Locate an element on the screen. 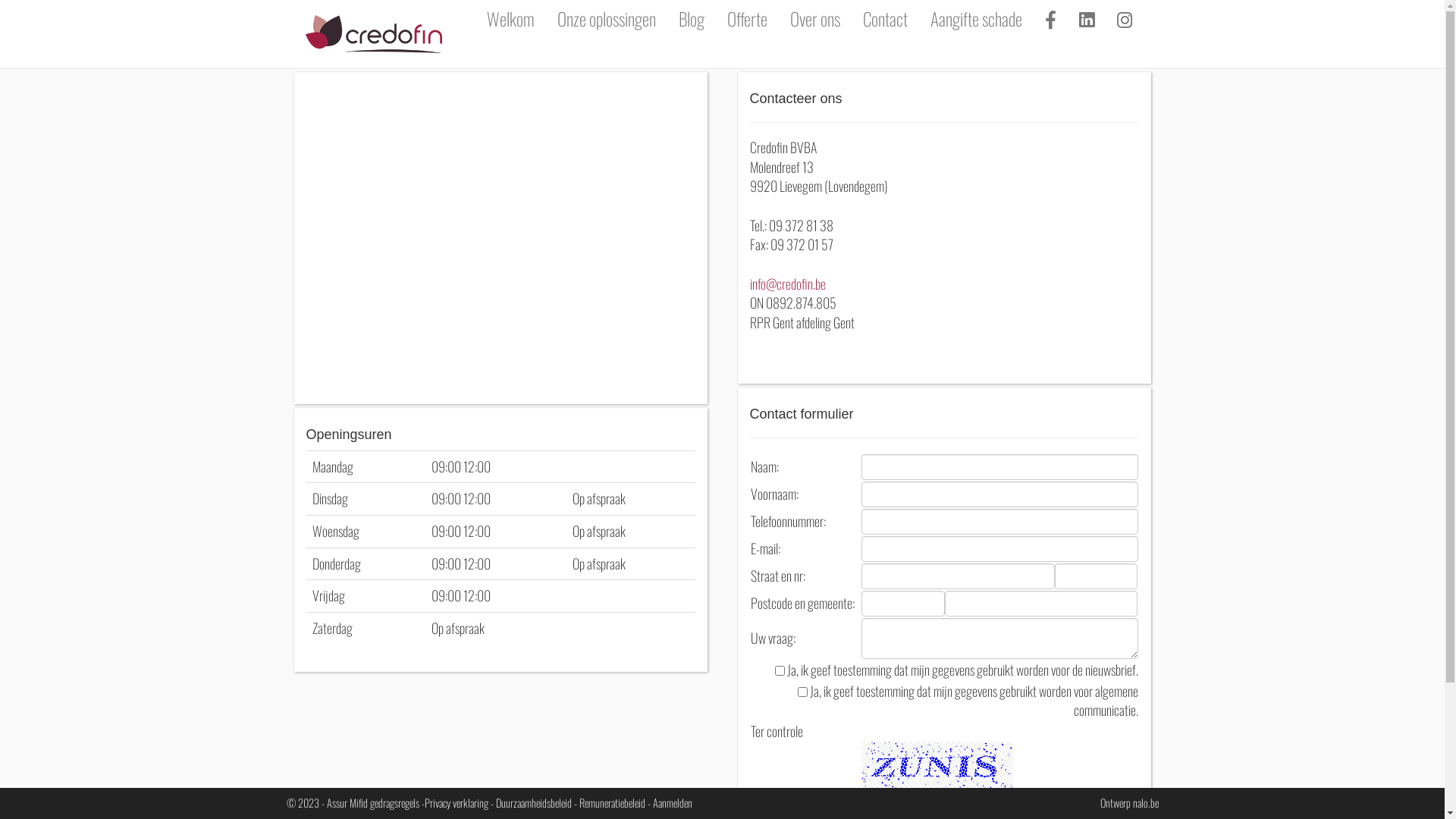 This screenshot has width=1456, height=819. 'Contact' is located at coordinates (884, 18).